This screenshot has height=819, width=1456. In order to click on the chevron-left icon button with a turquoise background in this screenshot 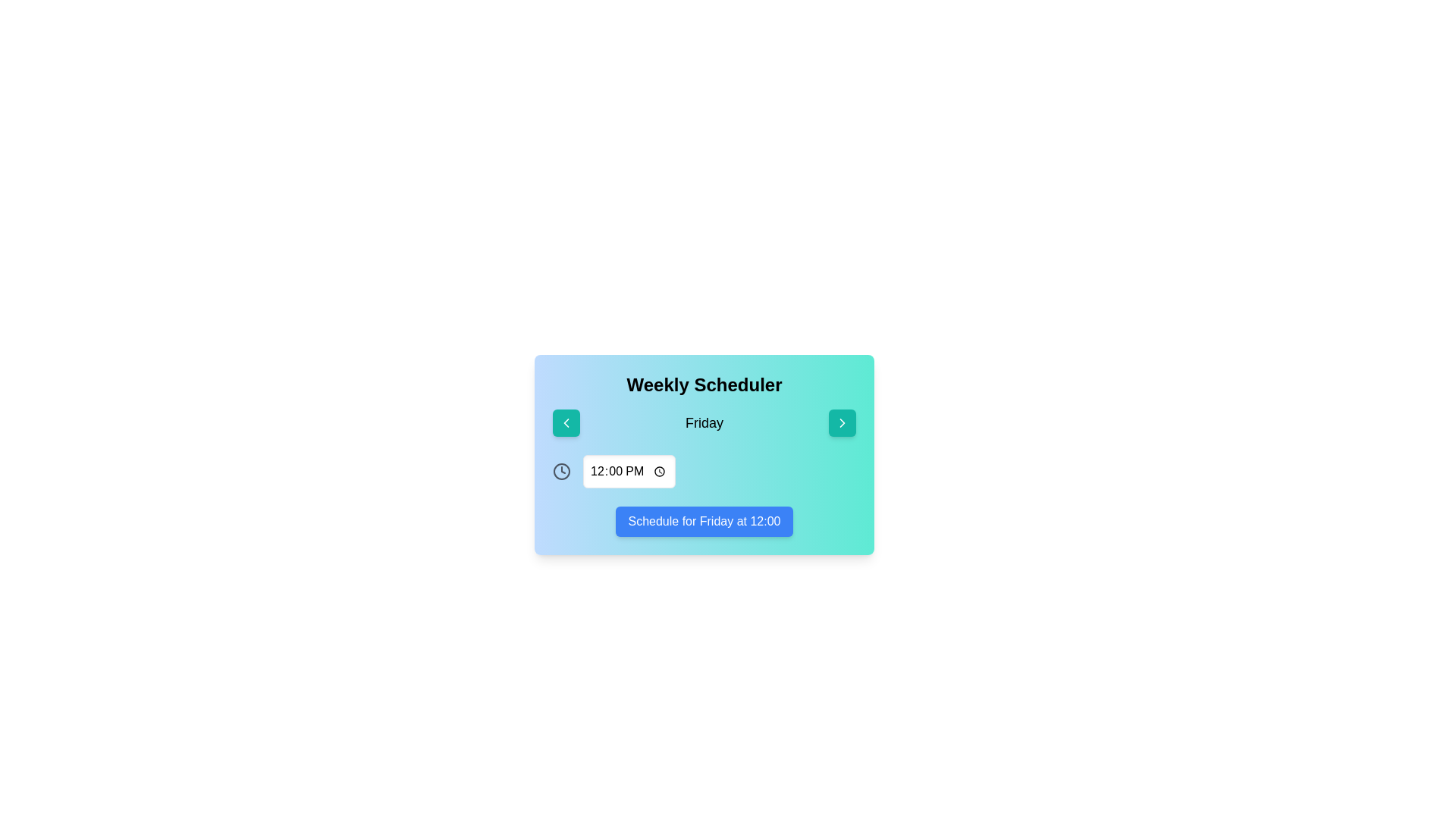, I will do `click(566, 423)`.